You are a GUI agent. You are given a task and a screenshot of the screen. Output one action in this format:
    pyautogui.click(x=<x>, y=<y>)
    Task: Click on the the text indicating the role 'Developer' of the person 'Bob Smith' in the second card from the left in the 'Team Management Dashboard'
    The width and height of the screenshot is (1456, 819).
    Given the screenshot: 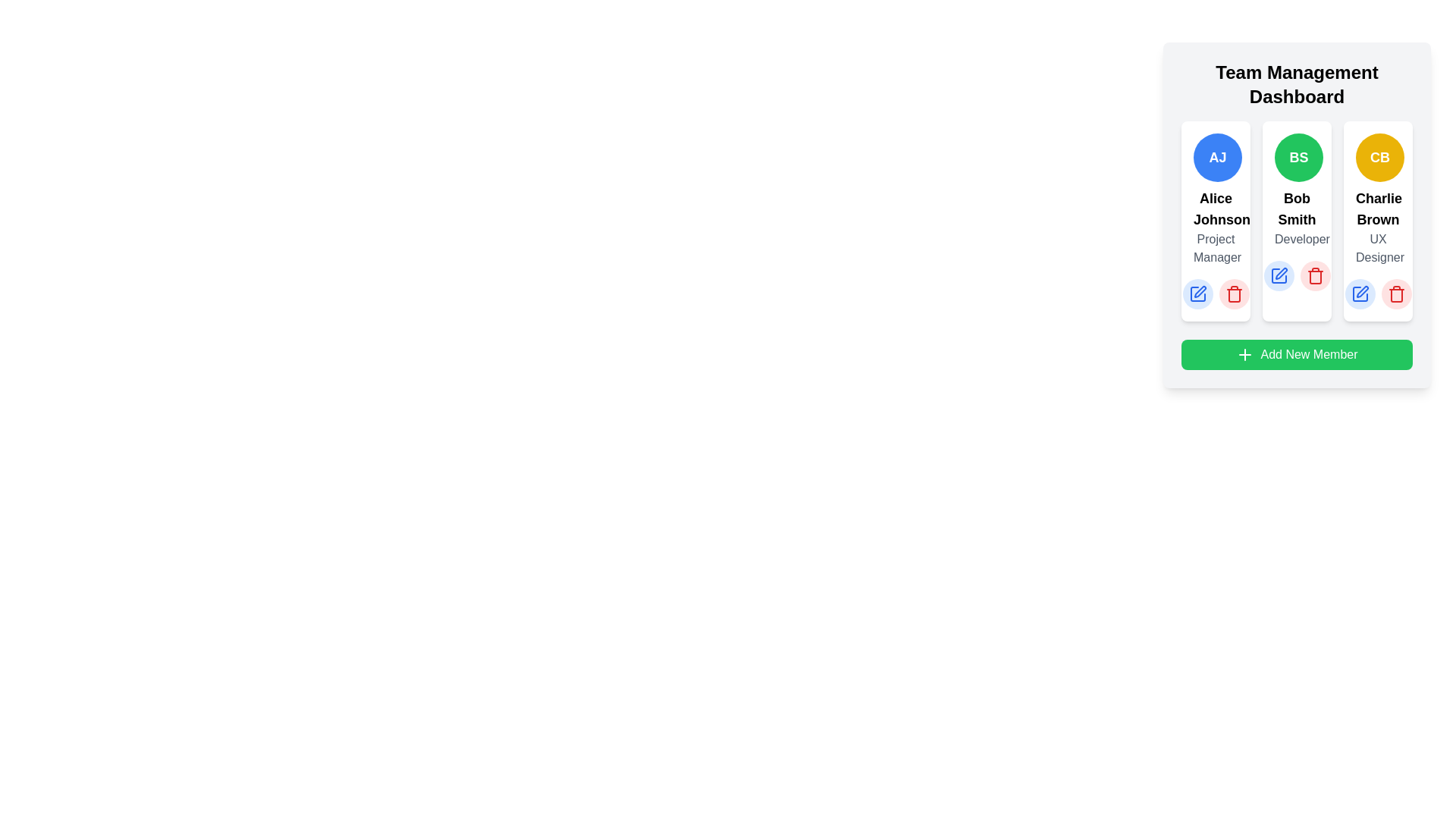 What is the action you would take?
    pyautogui.click(x=1296, y=239)
    